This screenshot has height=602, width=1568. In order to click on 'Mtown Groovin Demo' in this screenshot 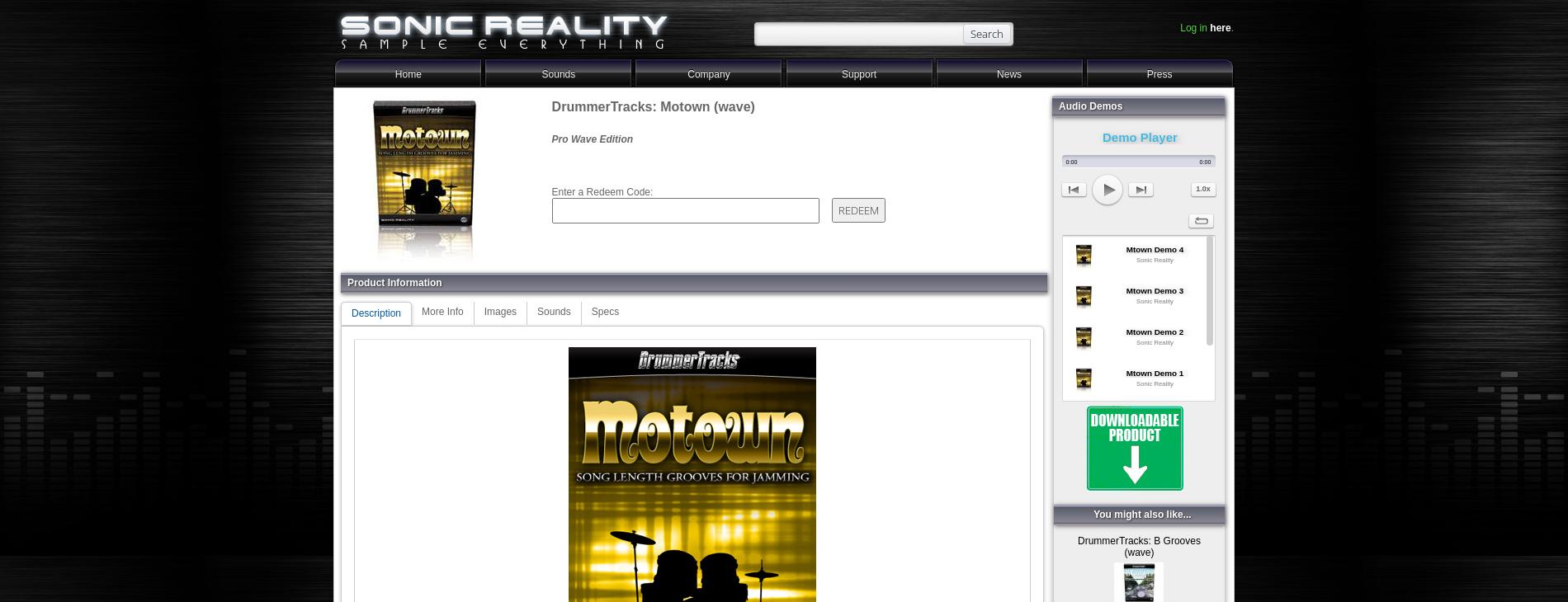, I will do `click(1153, 455)`.